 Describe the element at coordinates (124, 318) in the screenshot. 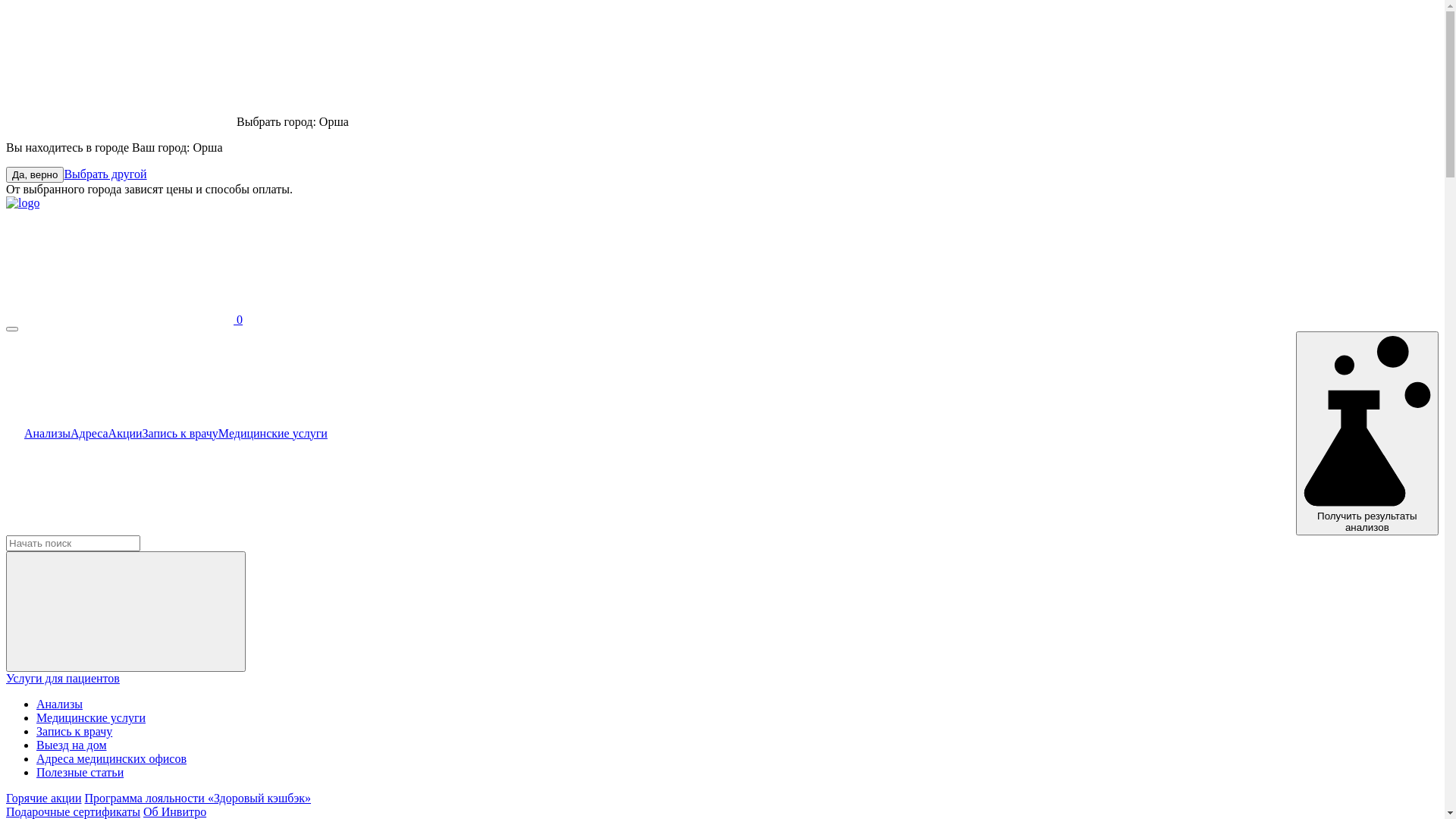

I see `'0'` at that location.